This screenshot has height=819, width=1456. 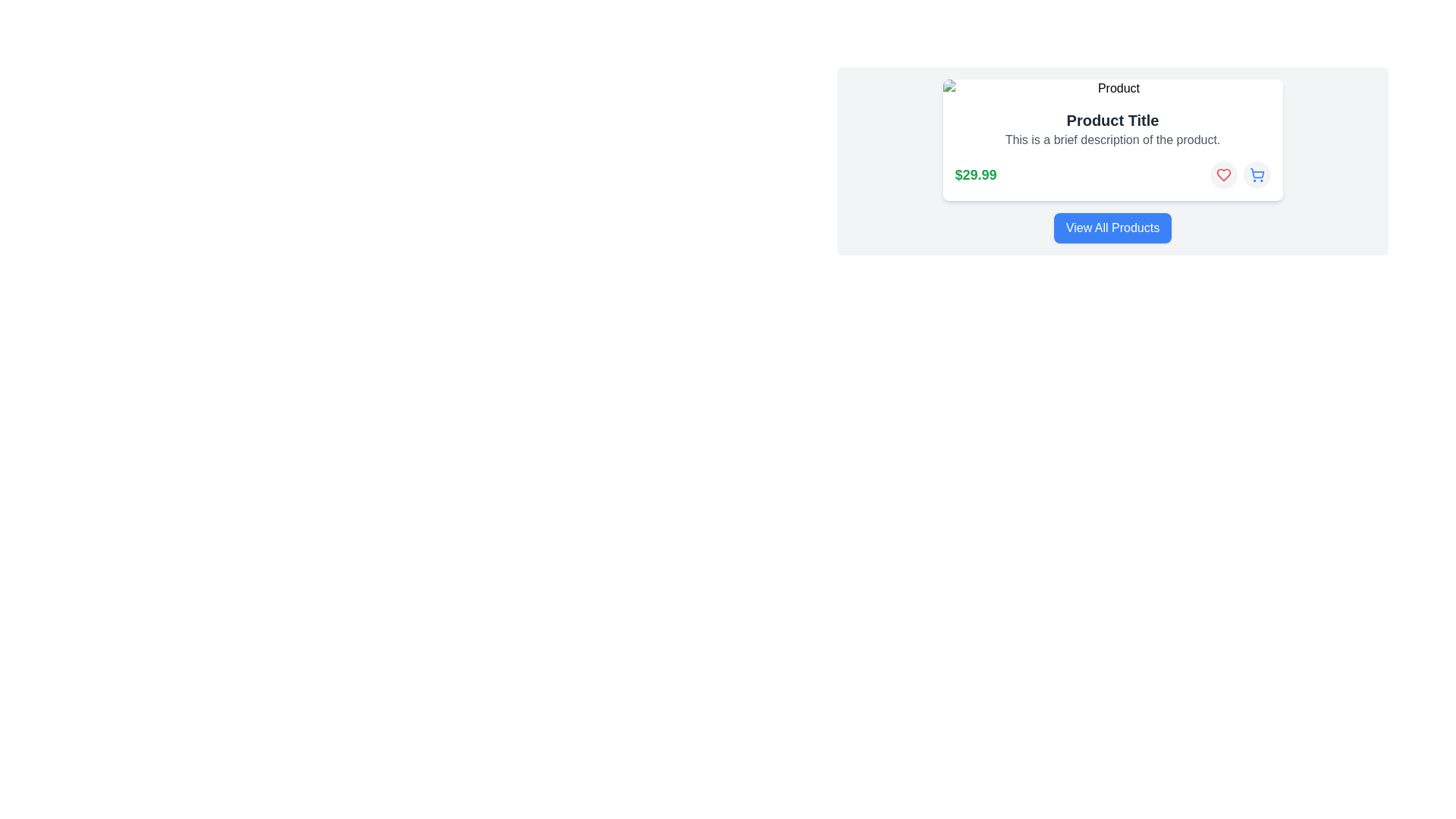 I want to click on the 'like' or 'add to favorites' icon button located in the right section of the product card, adjacent to the cart icon, so click(x=1223, y=174).